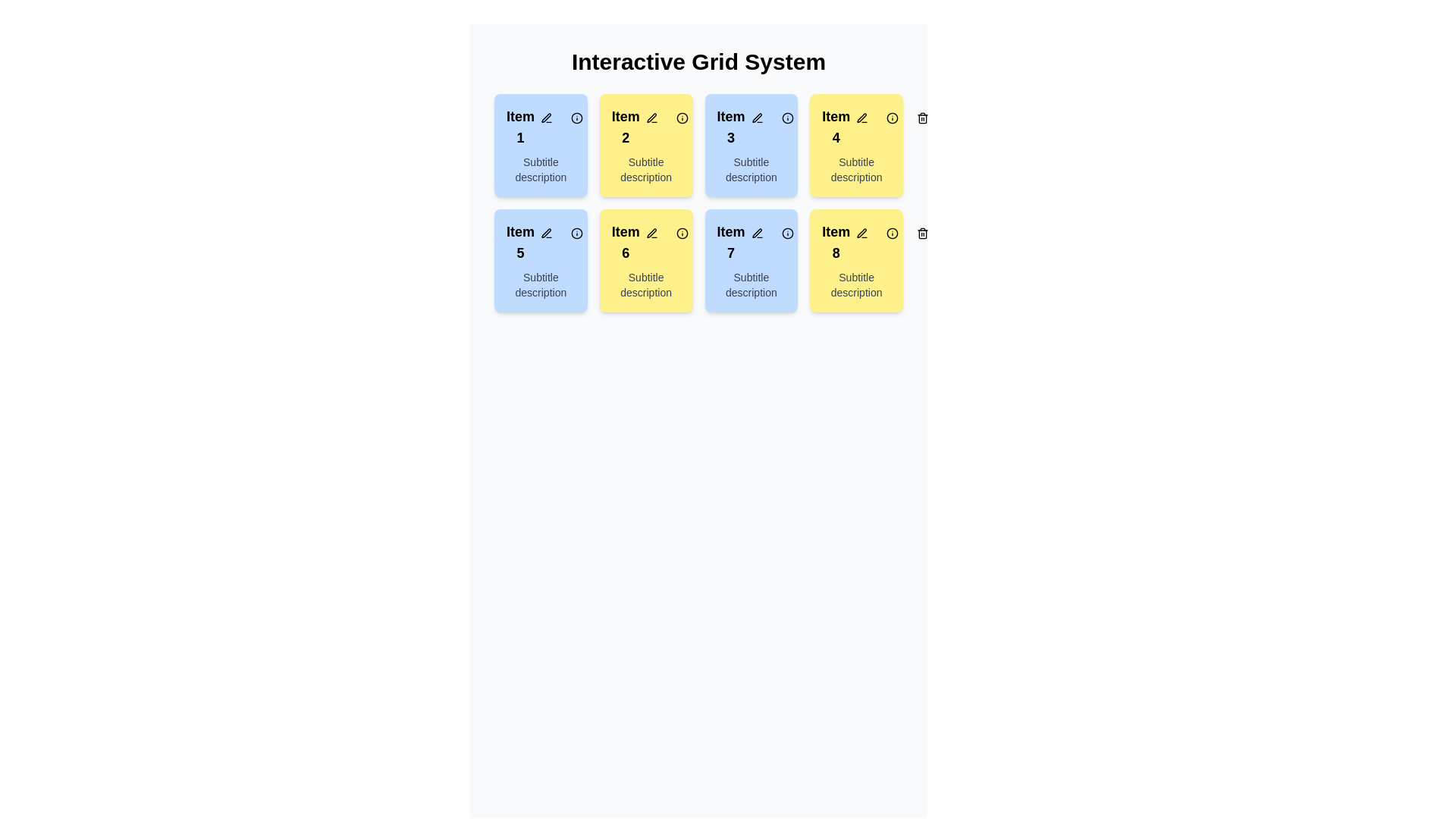 Image resolution: width=1456 pixels, height=819 pixels. Describe the element at coordinates (681, 234) in the screenshot. I see `the circular information icon located at the top-right corner of the item card labeled 'Item 6'` at that location.